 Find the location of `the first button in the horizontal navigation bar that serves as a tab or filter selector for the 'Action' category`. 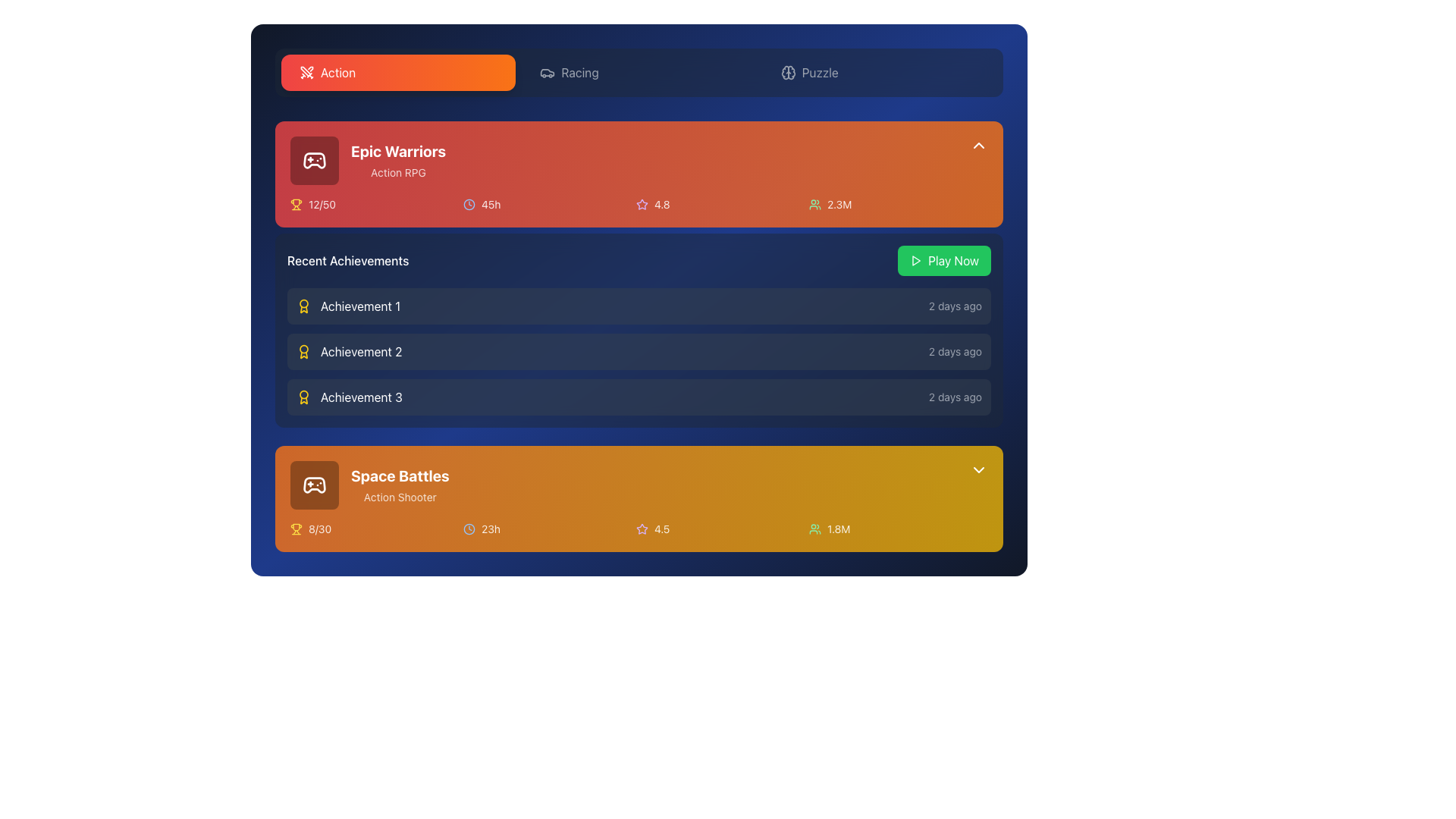

the first button in the horizontal navigation bar that serves as a tab or filter selector for the 'Action' category is located at coordinates (398, 73).